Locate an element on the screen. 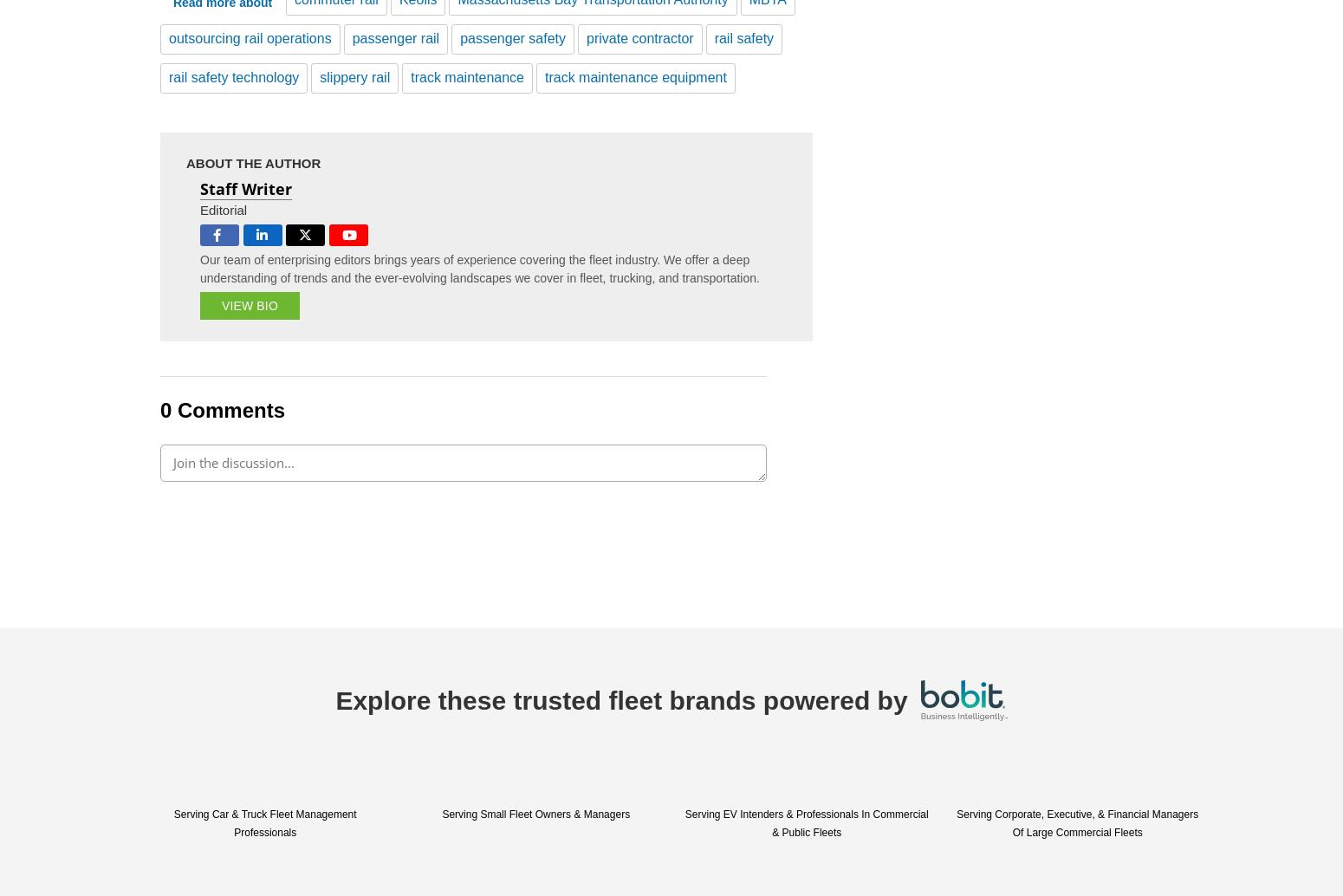  'private contractor' is located at coordinates (586, 37).